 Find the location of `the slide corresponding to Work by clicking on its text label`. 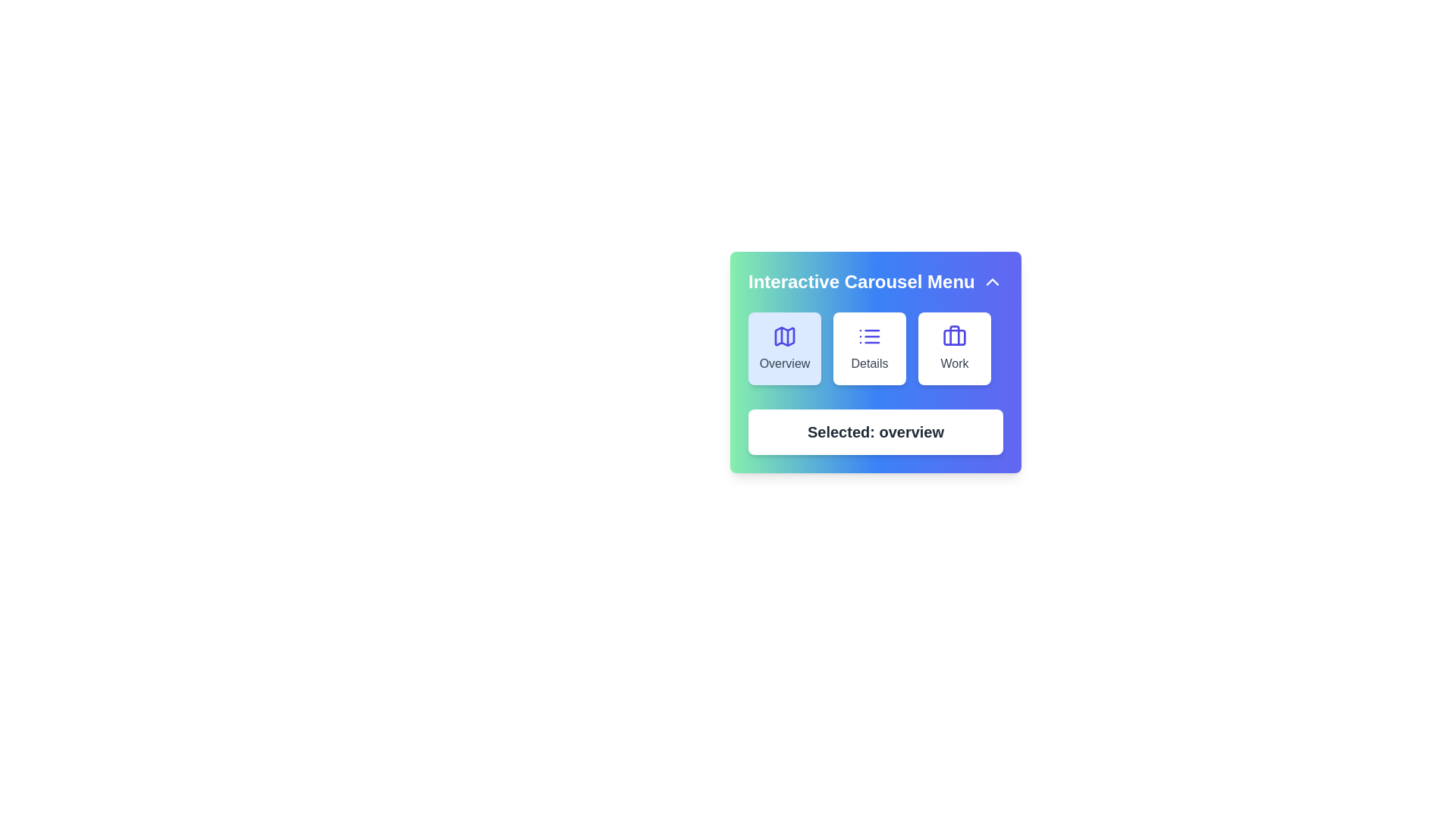

the slide corresponding to Work by clicking on its text label is located at coordinates (953, 363).